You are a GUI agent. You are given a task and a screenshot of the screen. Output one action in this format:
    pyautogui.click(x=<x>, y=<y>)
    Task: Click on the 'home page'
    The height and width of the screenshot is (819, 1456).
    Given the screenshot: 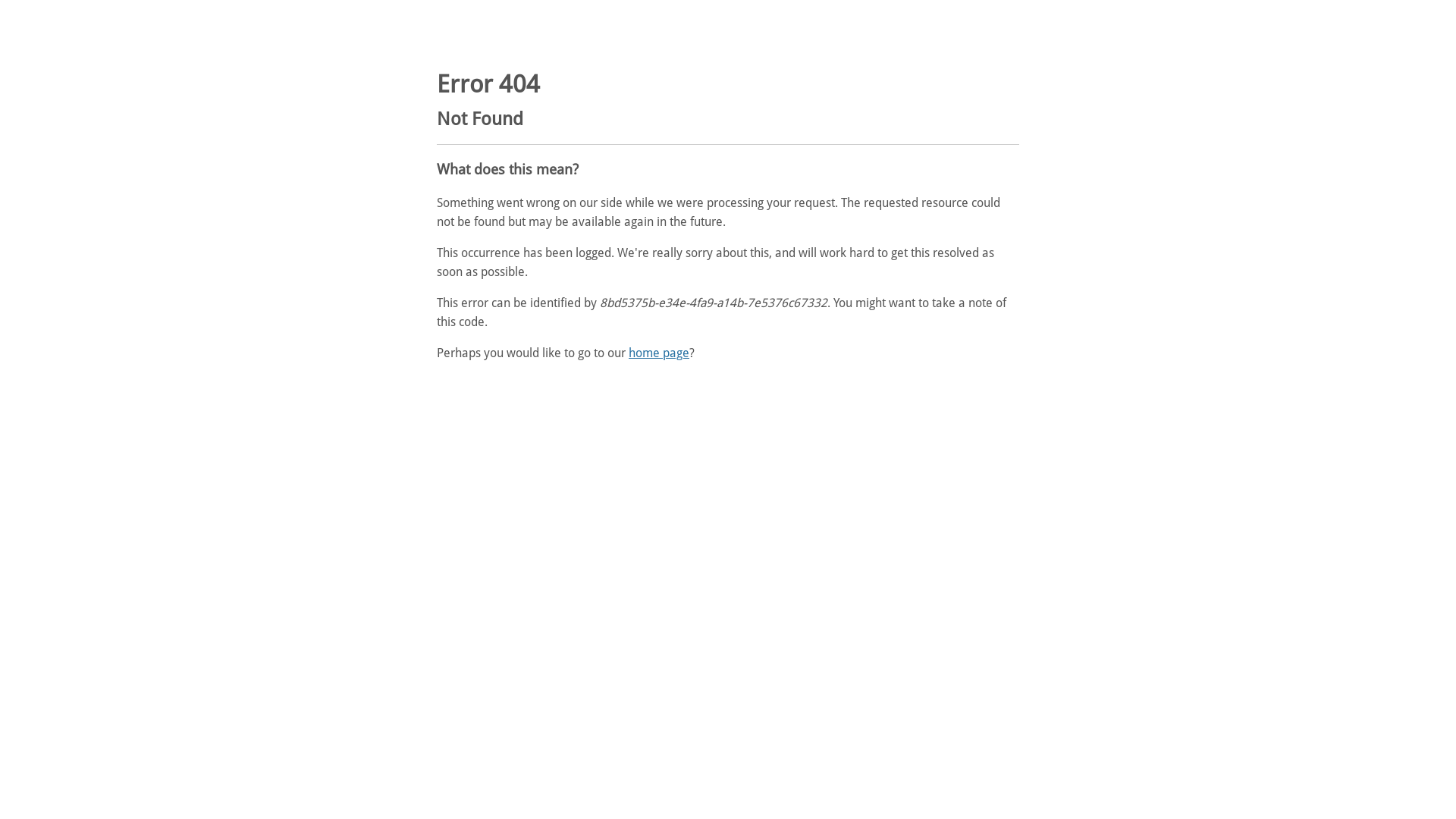 What is the action you would take?
    pyautogui.click(x=658, y=353)
    